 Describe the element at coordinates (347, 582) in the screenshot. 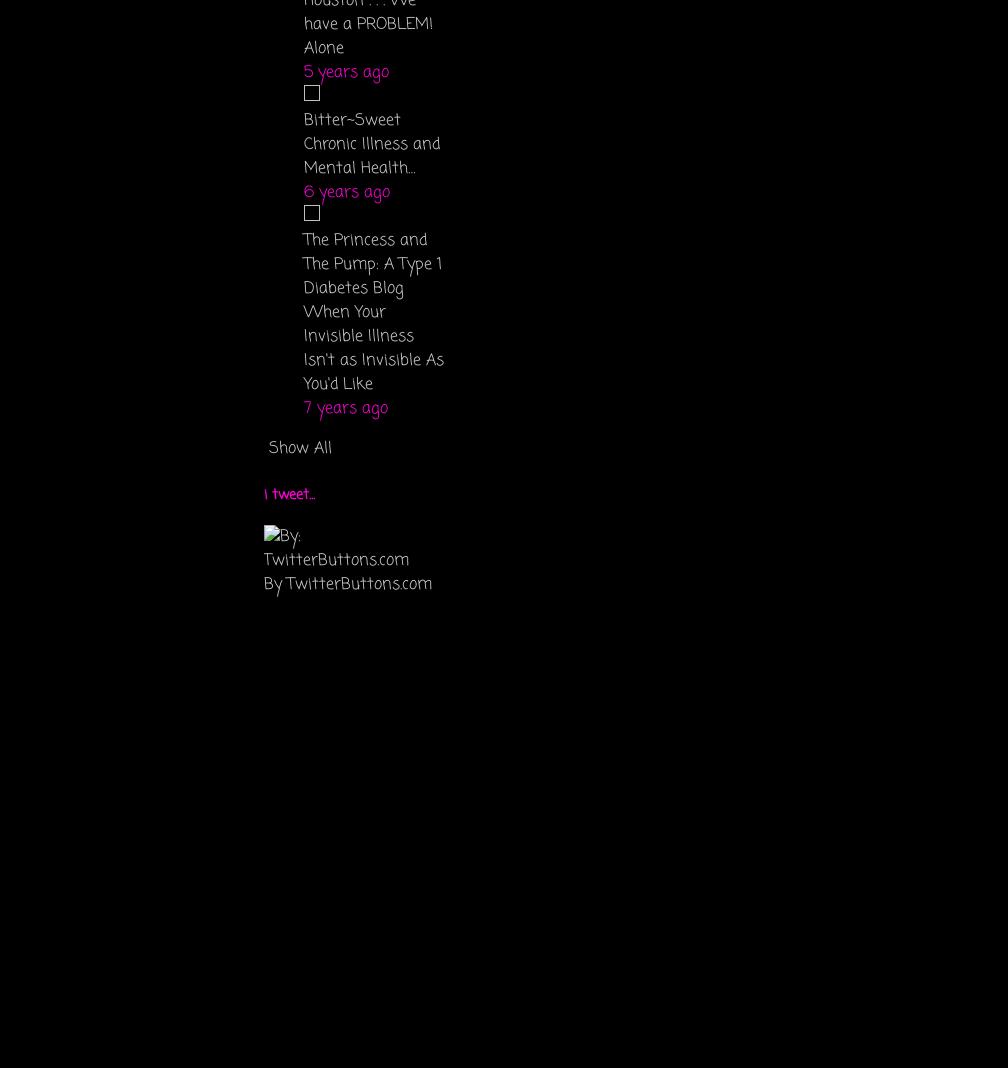

I see `'By TwitterButtons.com'` at that location.